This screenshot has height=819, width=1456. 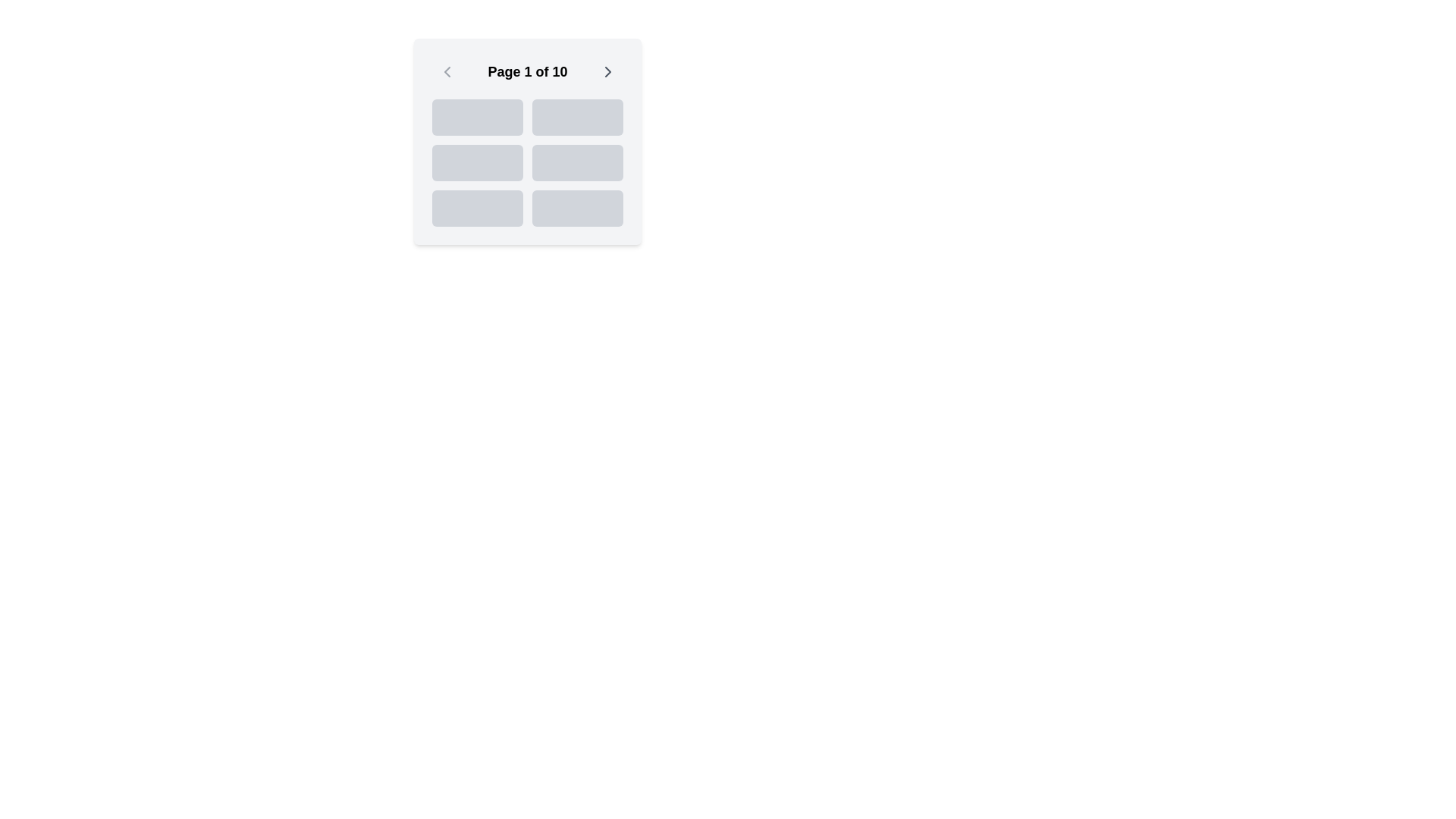 What do you see at coordinates (607, 72) in the screenshot?
I see `the right arrow icon in the navigation section` at bounding box center [607, 72].